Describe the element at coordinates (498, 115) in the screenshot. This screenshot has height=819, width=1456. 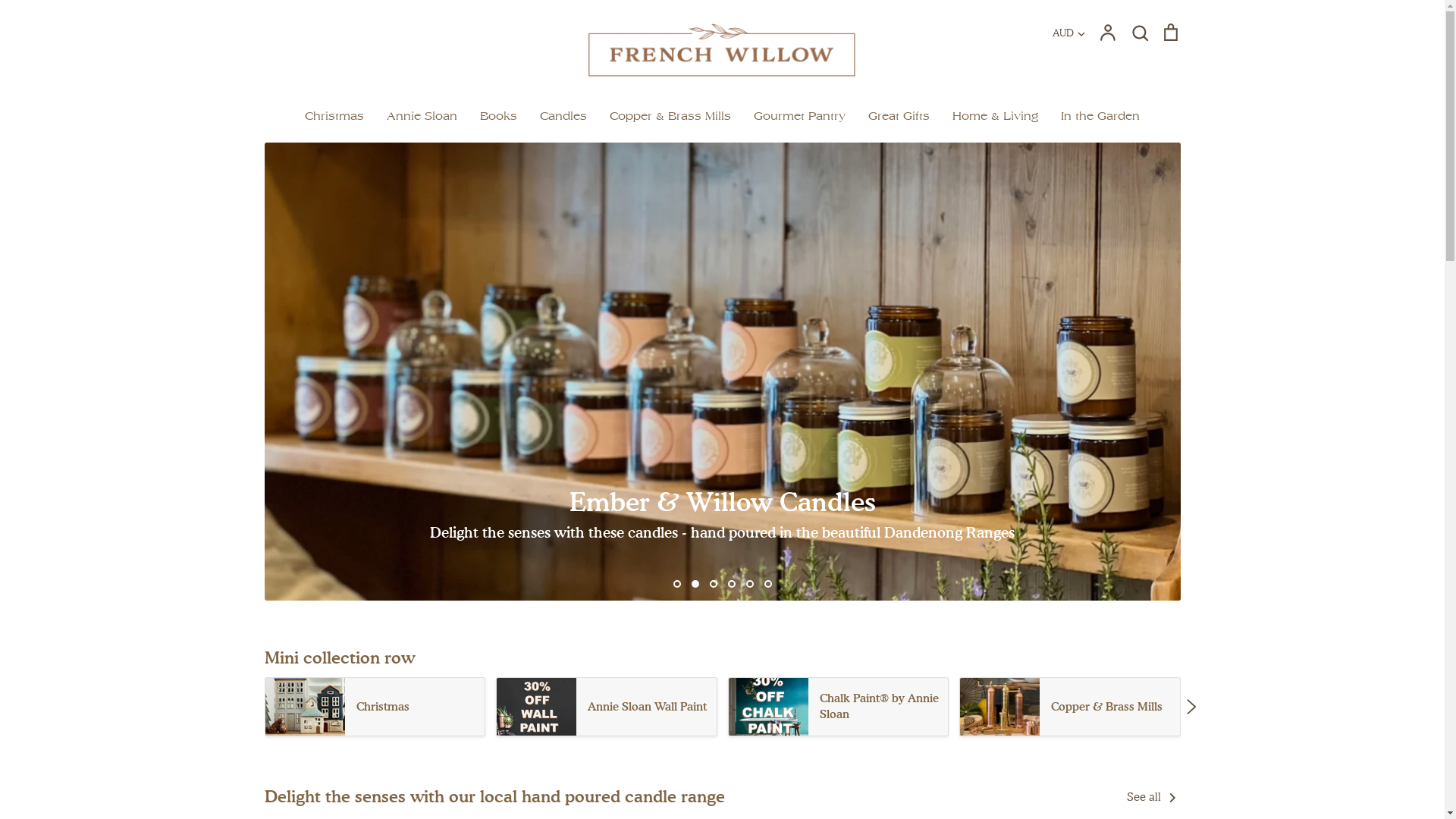
I see `'Books'` at that location.